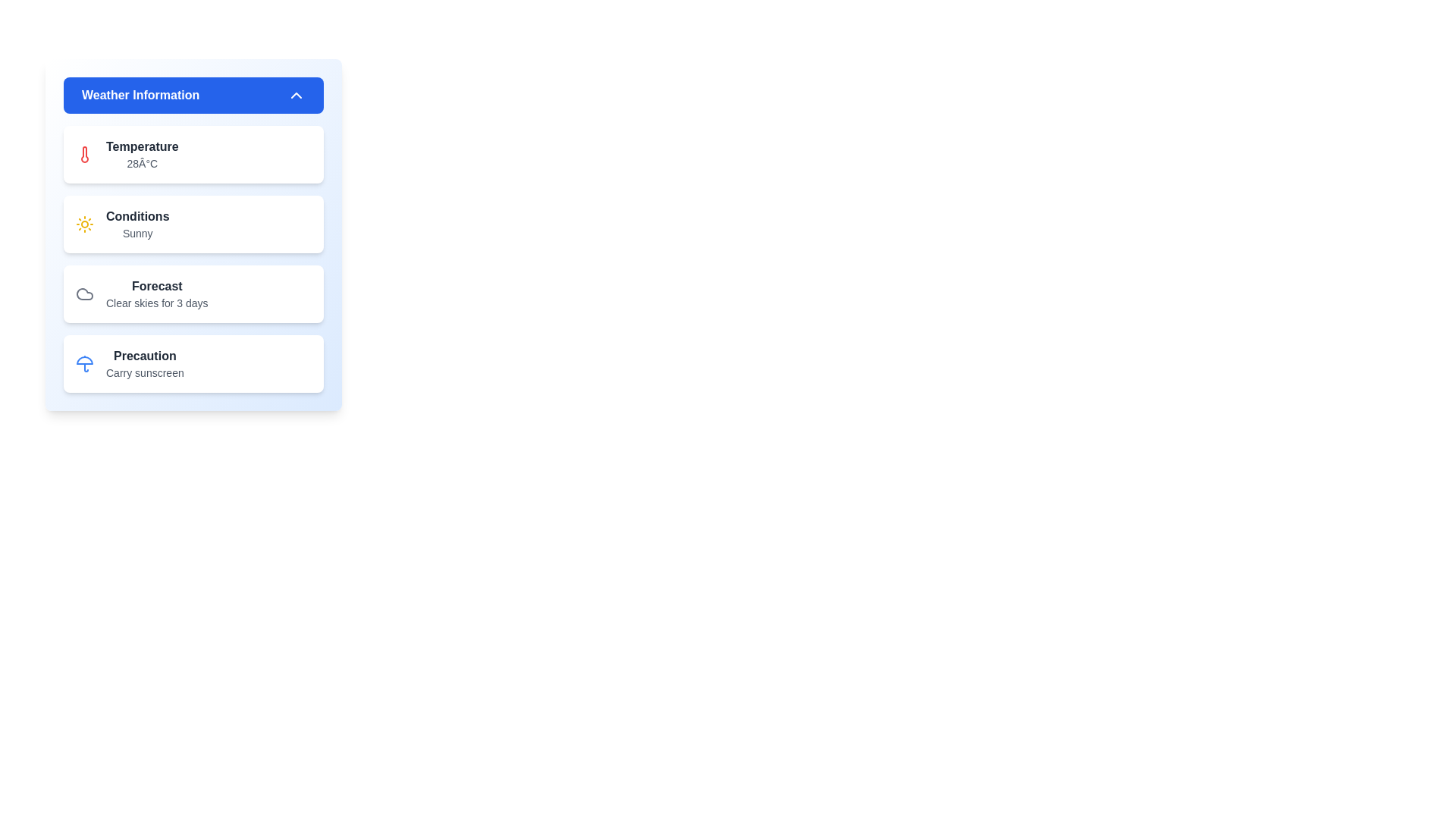 This screenshot has height=819, width=1456. Describe the element at coordinates (83, 359) in the screenshot. I see `the top segment of the blue tinted graphical icon representing an umbrella, located within the fourth card titled 'Precaution' in the interface` at that location.